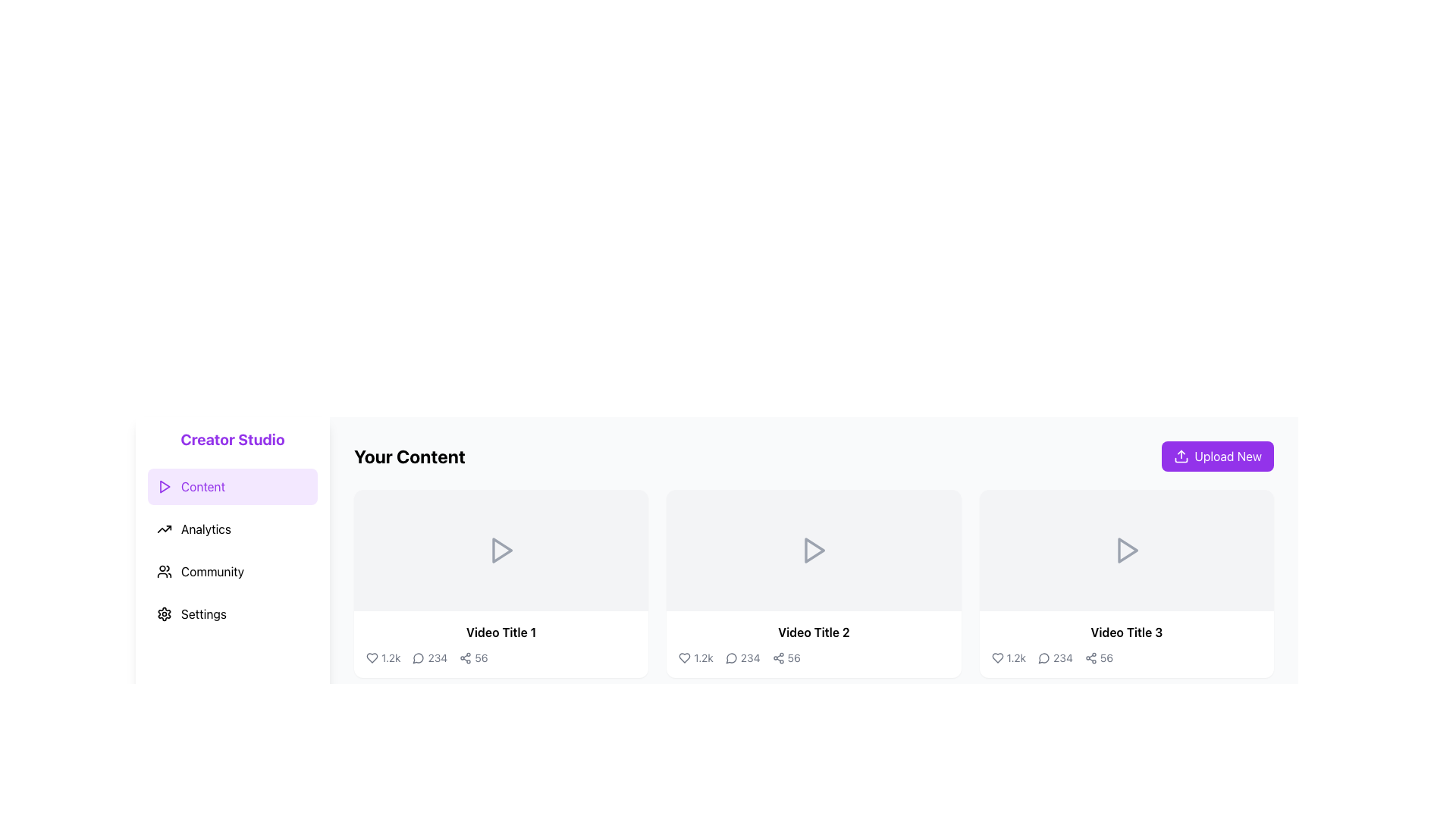 The image size is (1456, 819). I want to click on the 'Upload New' button, which is a rectangular button with a purple background and white text, located at the top-right corner of the content area, so click(1217, 455).